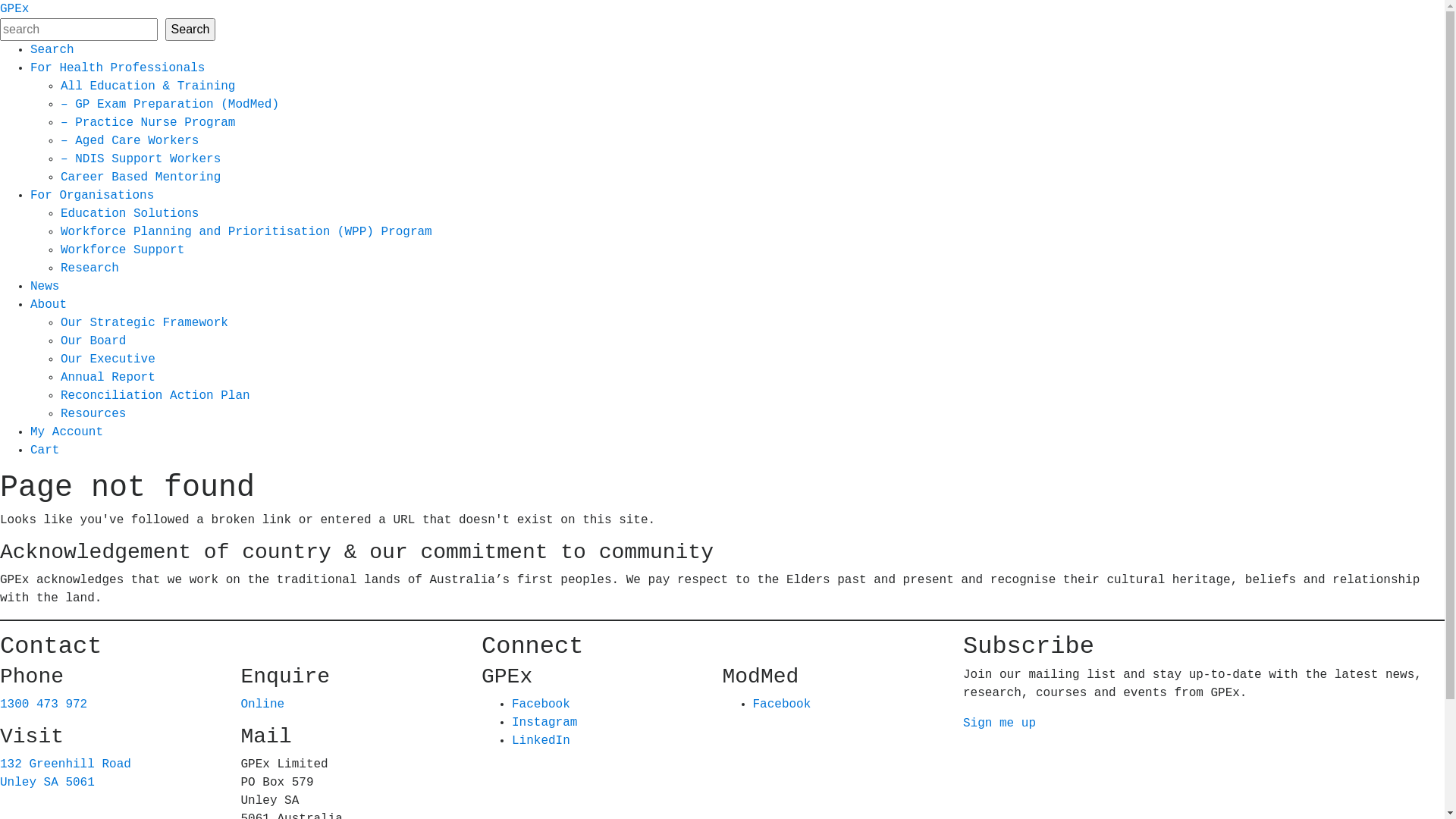 This screenshot has height=819, width=1456. What do you see at coordinates (155, 394) in the screenshot?
I see `'Reconciliation Action Plan'` at bounding box center [155, 394].